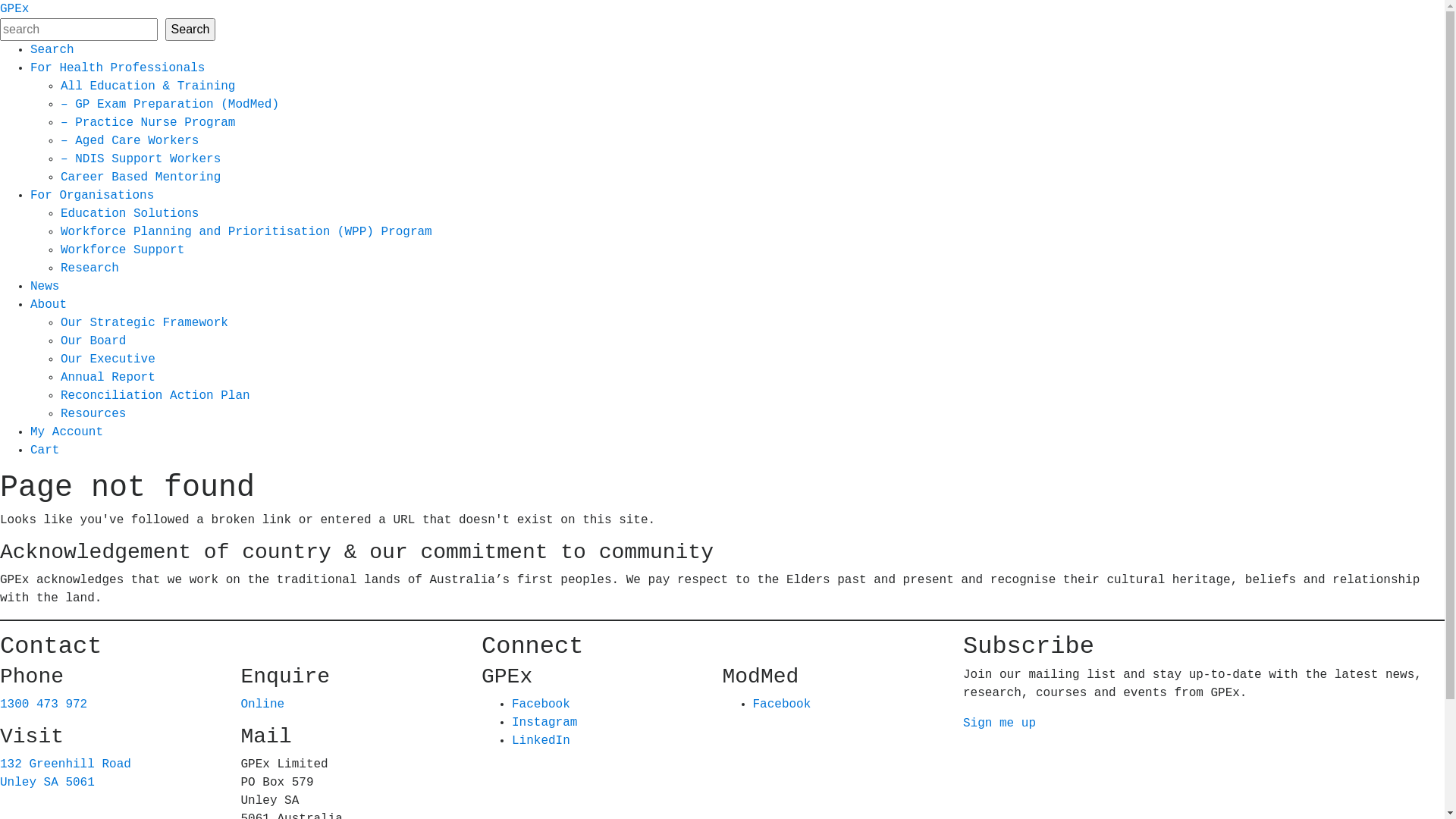 This screenshot has height=819, width=1456. What do you see at coordinates (155, 394) in the screenshot?
I see `'Reconciliation Action Plan'` at bounding box center [155, 394].